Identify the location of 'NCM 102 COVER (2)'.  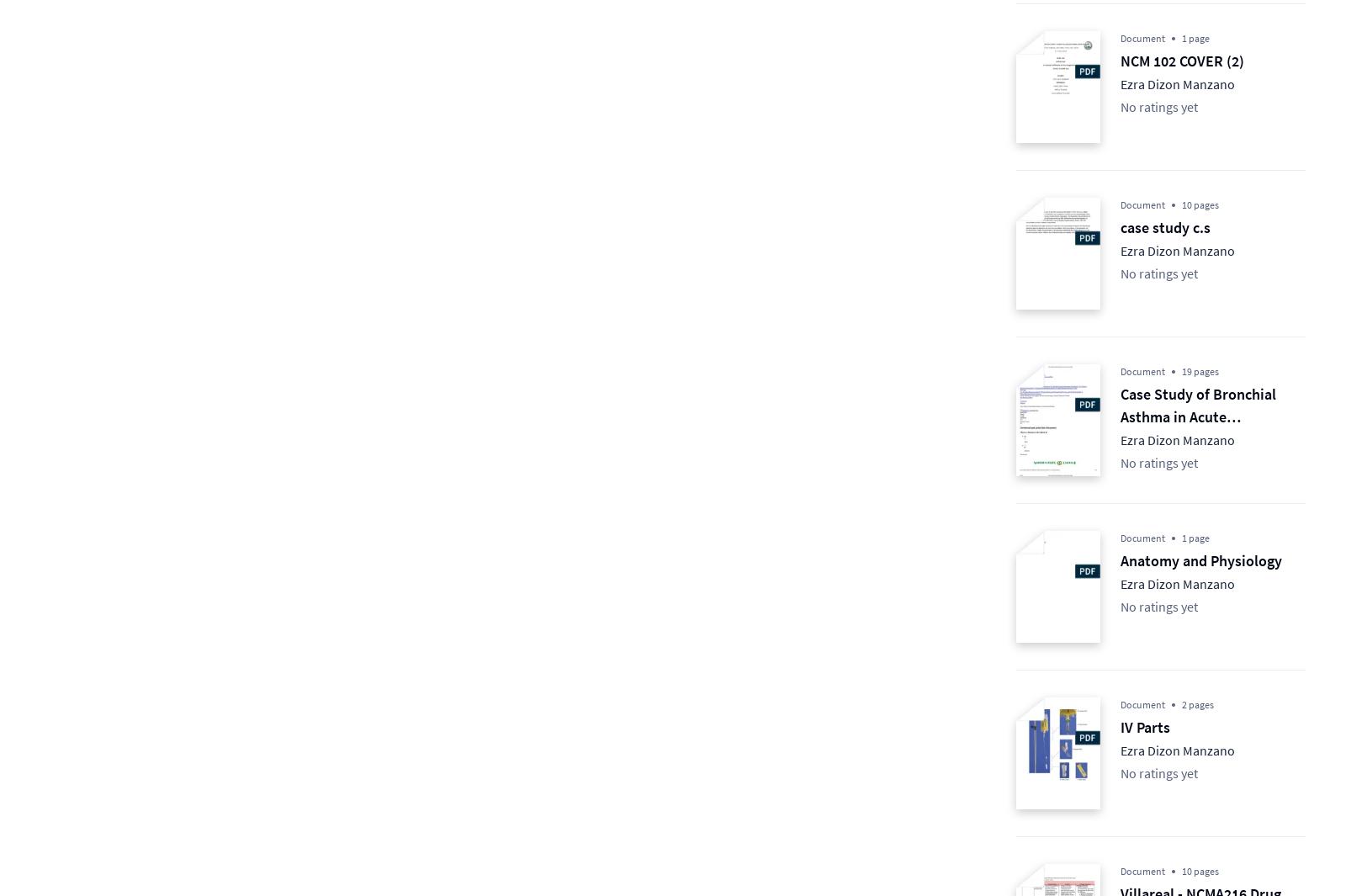
(1120, 60).